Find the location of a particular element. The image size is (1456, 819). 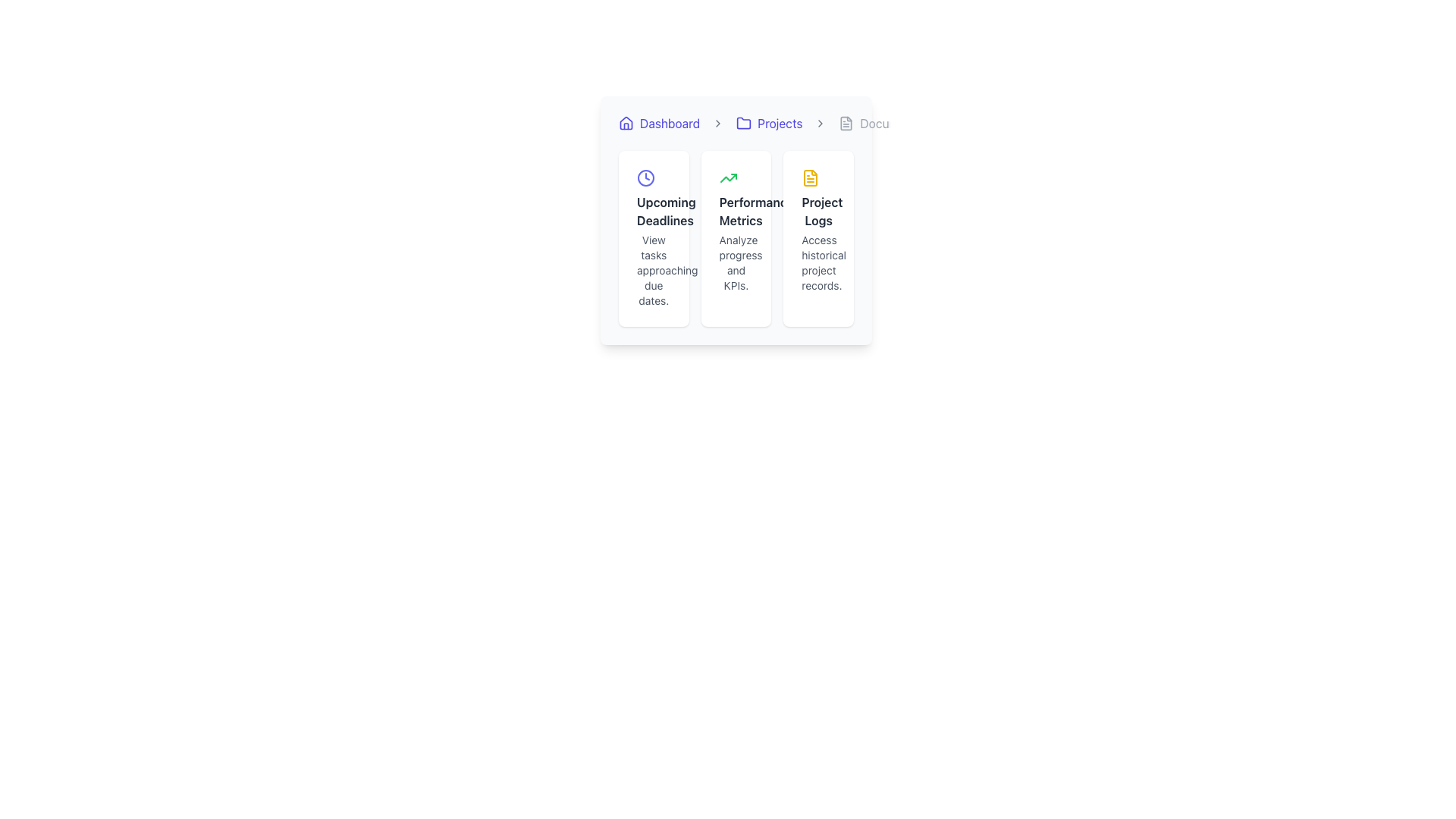

the upward trending vector graphic icon located above the 'Performance Metrics' card in the center of the three displayed cards is located at coordinates (728, 177).